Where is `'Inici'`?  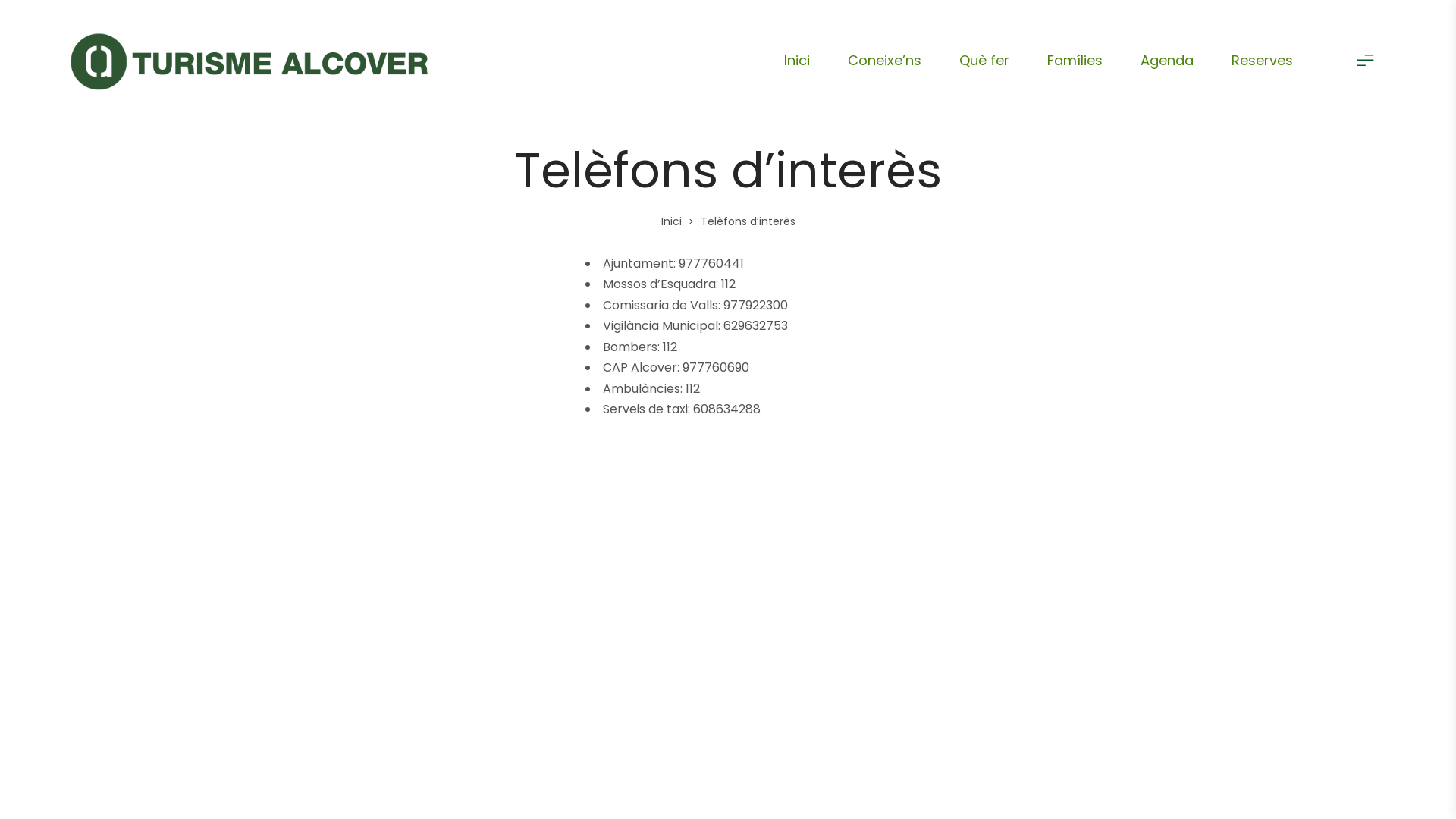
'Inici' is located at coordinates (661, 221).